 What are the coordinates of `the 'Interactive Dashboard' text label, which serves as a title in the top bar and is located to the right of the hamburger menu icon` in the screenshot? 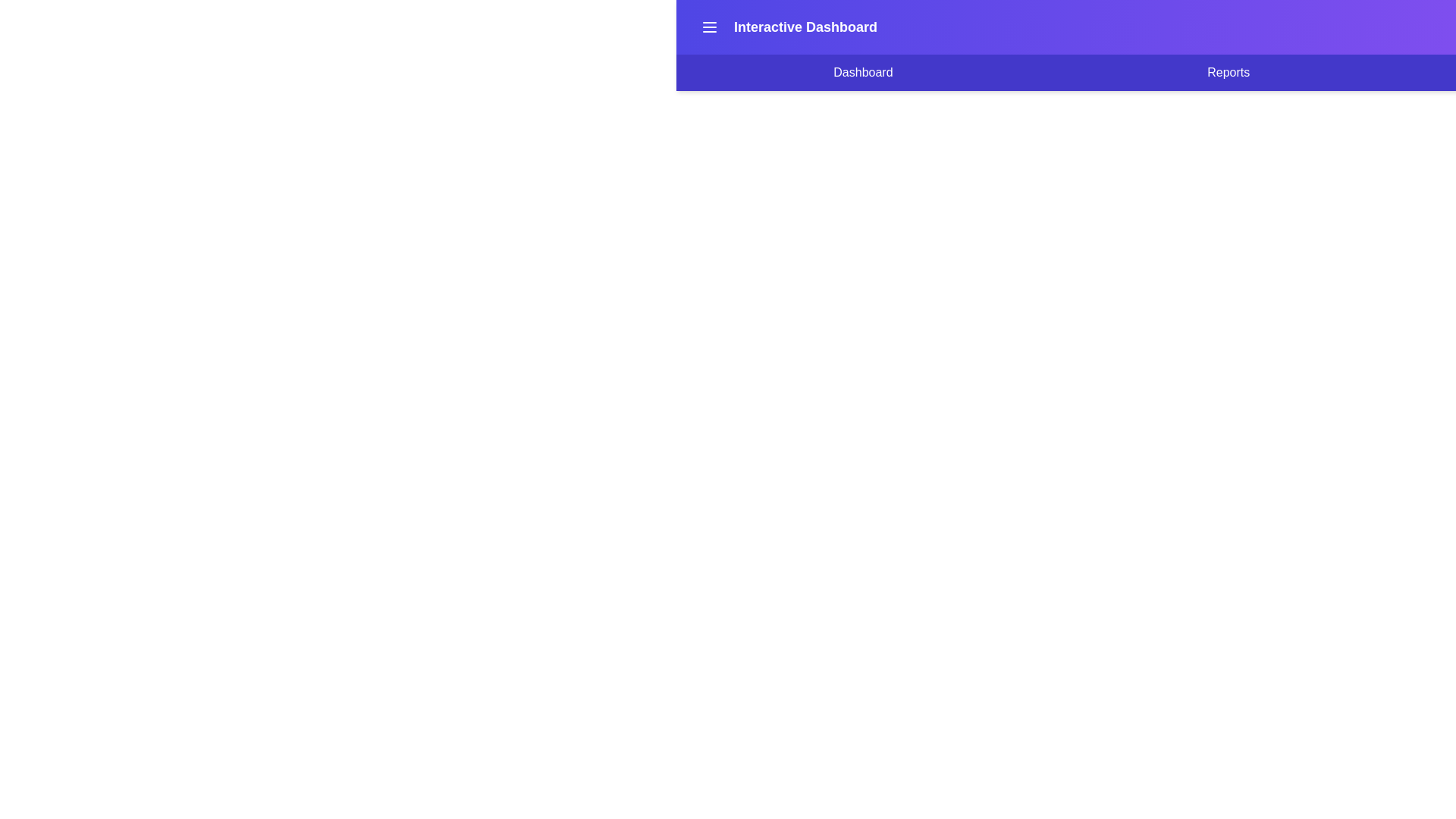 It's located at (786, 27).